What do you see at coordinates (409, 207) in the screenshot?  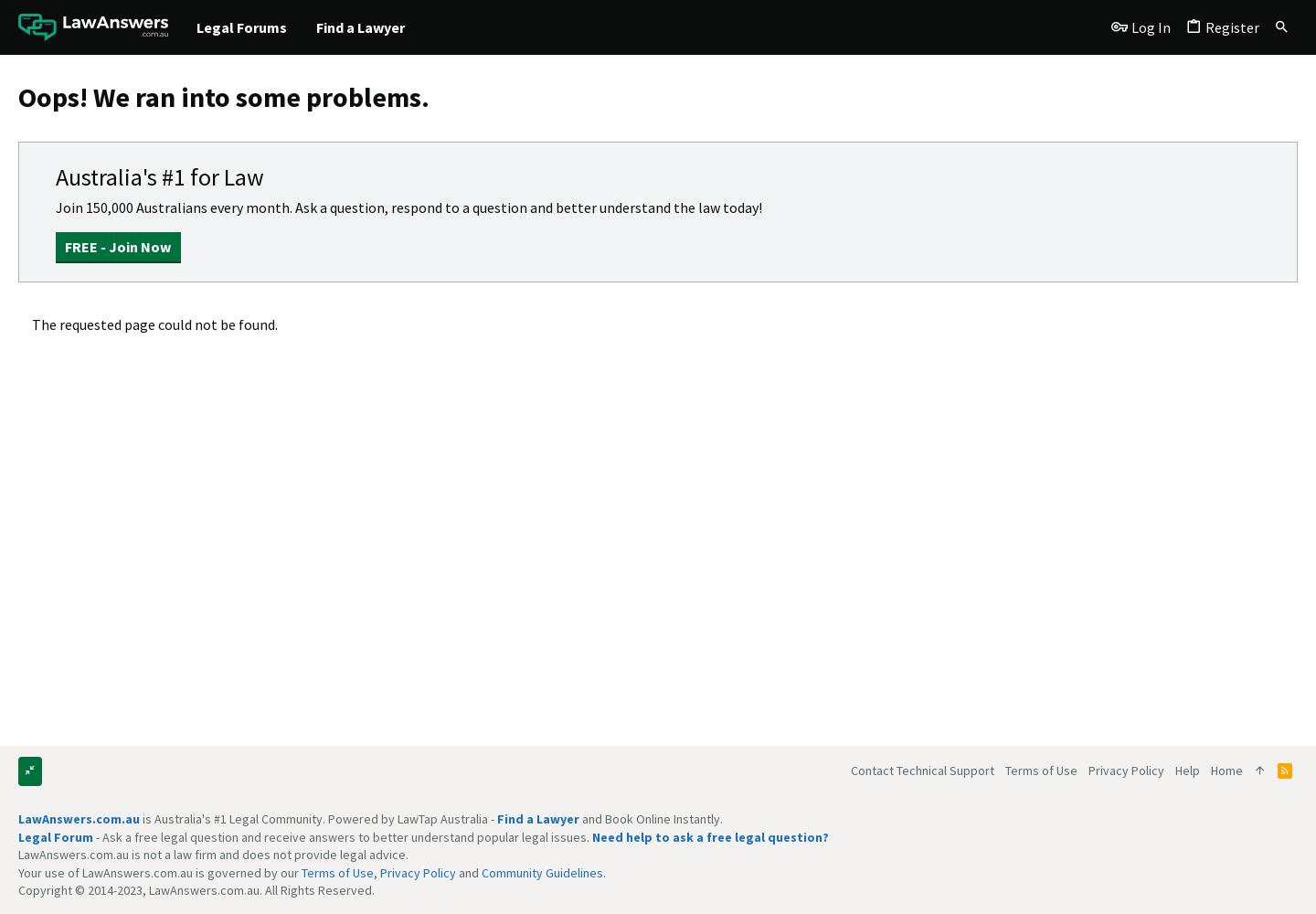 I see `'Join 150,000 Australians every month. Ask a question, respond to a question and better understand the law today!'` at bounding box center [409, 207].